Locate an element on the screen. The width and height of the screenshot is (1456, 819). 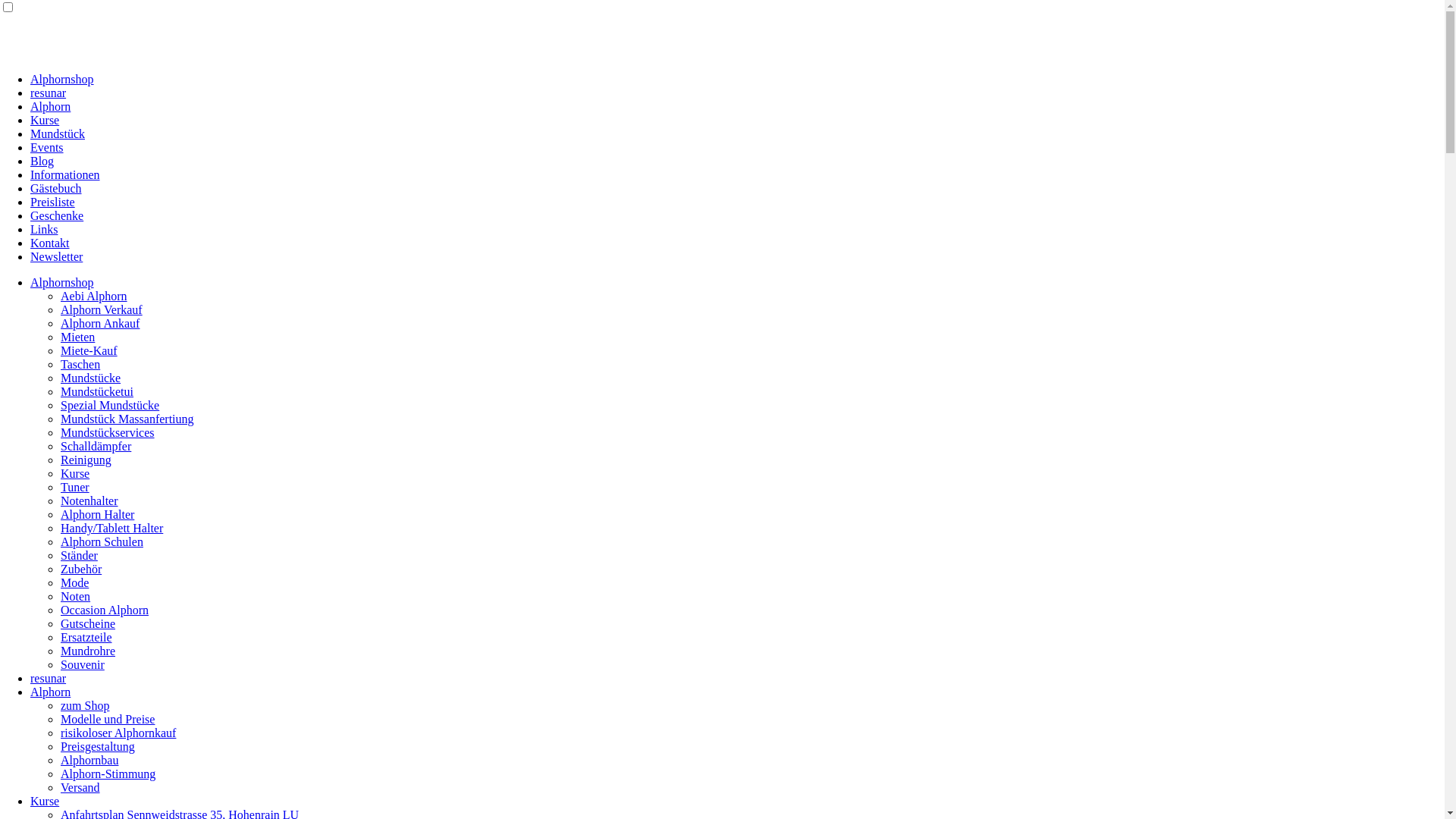
'Notenhalter' is located at coordinates (89, 500).